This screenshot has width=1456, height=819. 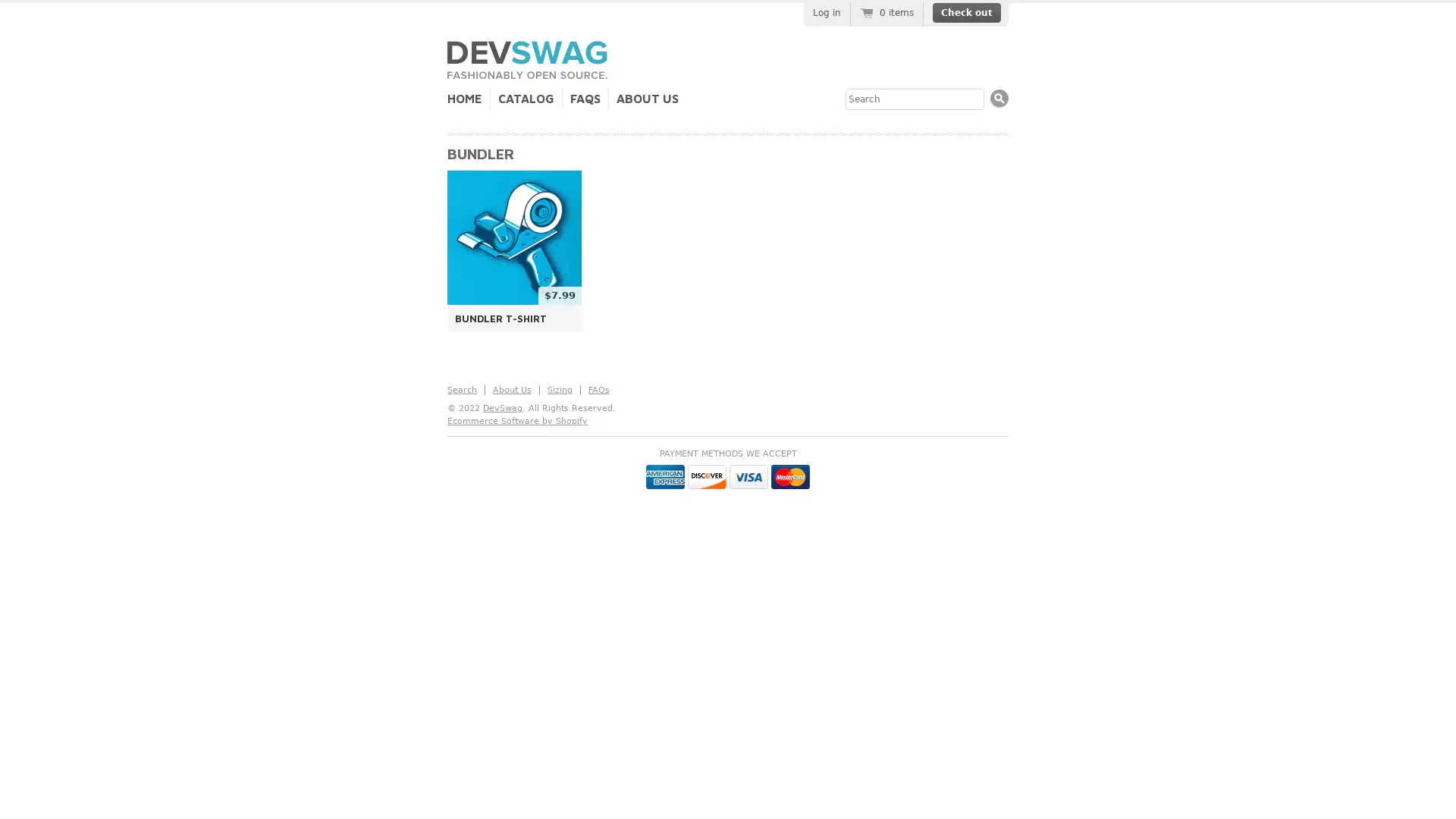 What do you see at coordinates (999, 98) in the screenshot?
I see `Search` at bounding box center [999, 98].